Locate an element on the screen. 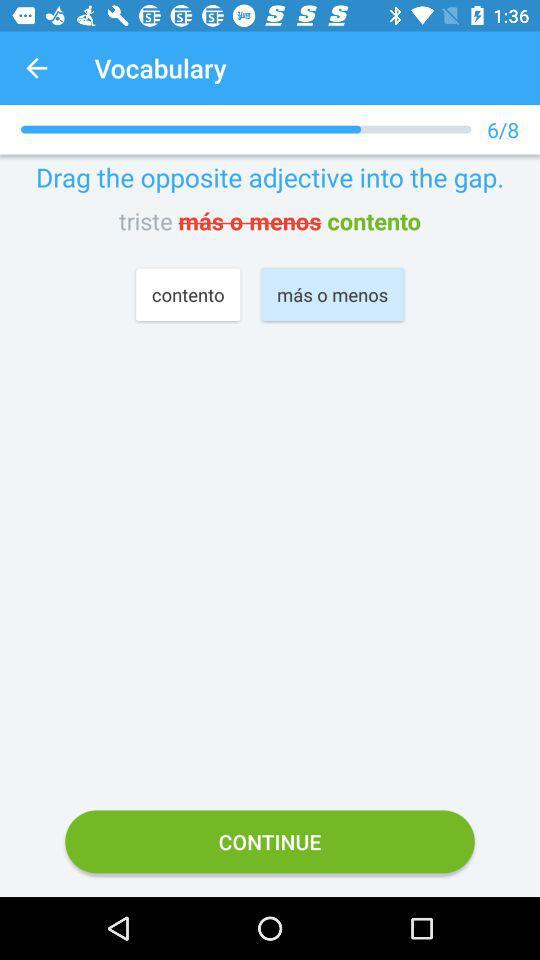  item next to vocabulary is located at coordinates (36, 68).